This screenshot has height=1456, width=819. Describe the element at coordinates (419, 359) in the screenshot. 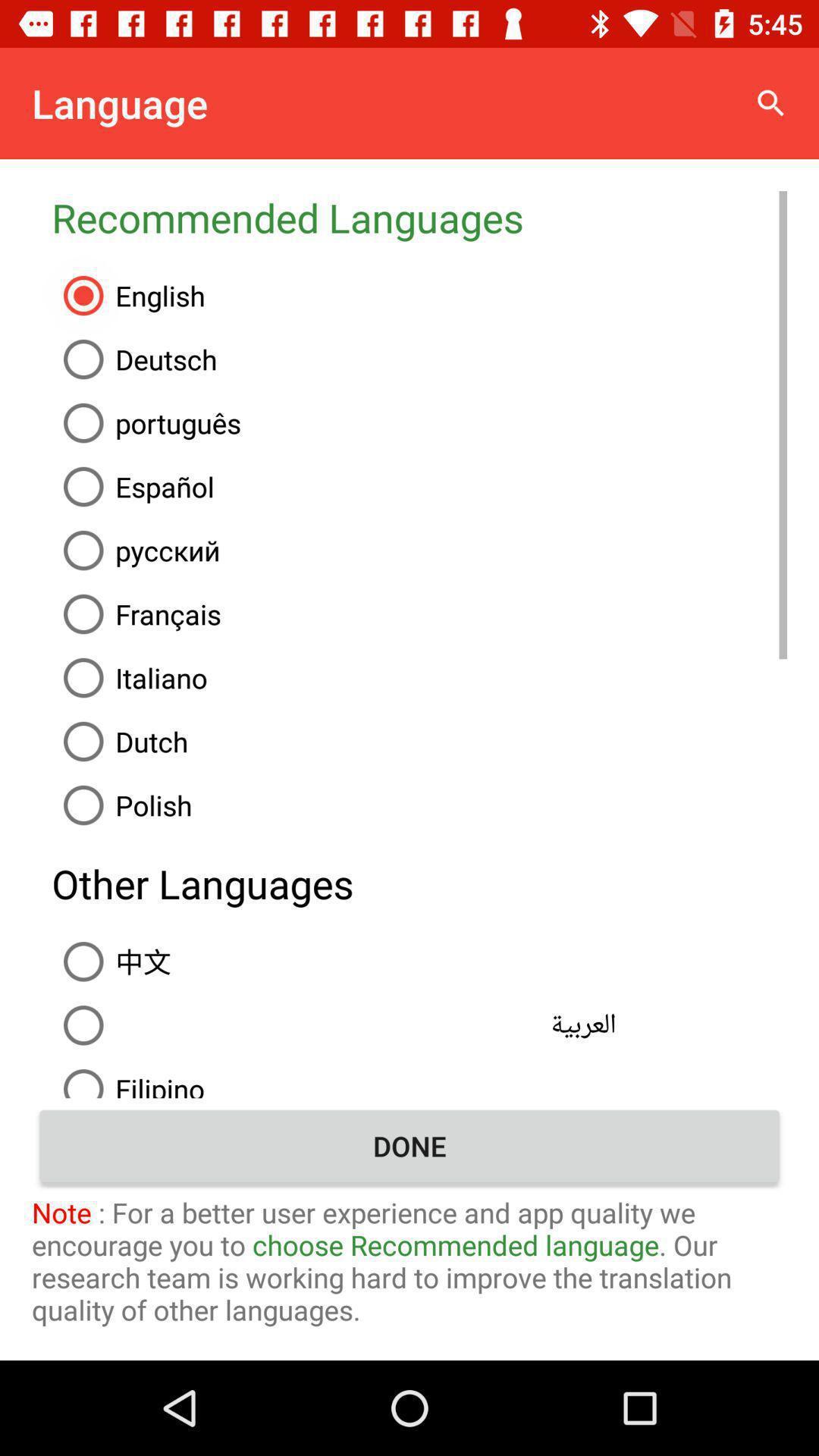

I see `the deutsch` at that location.